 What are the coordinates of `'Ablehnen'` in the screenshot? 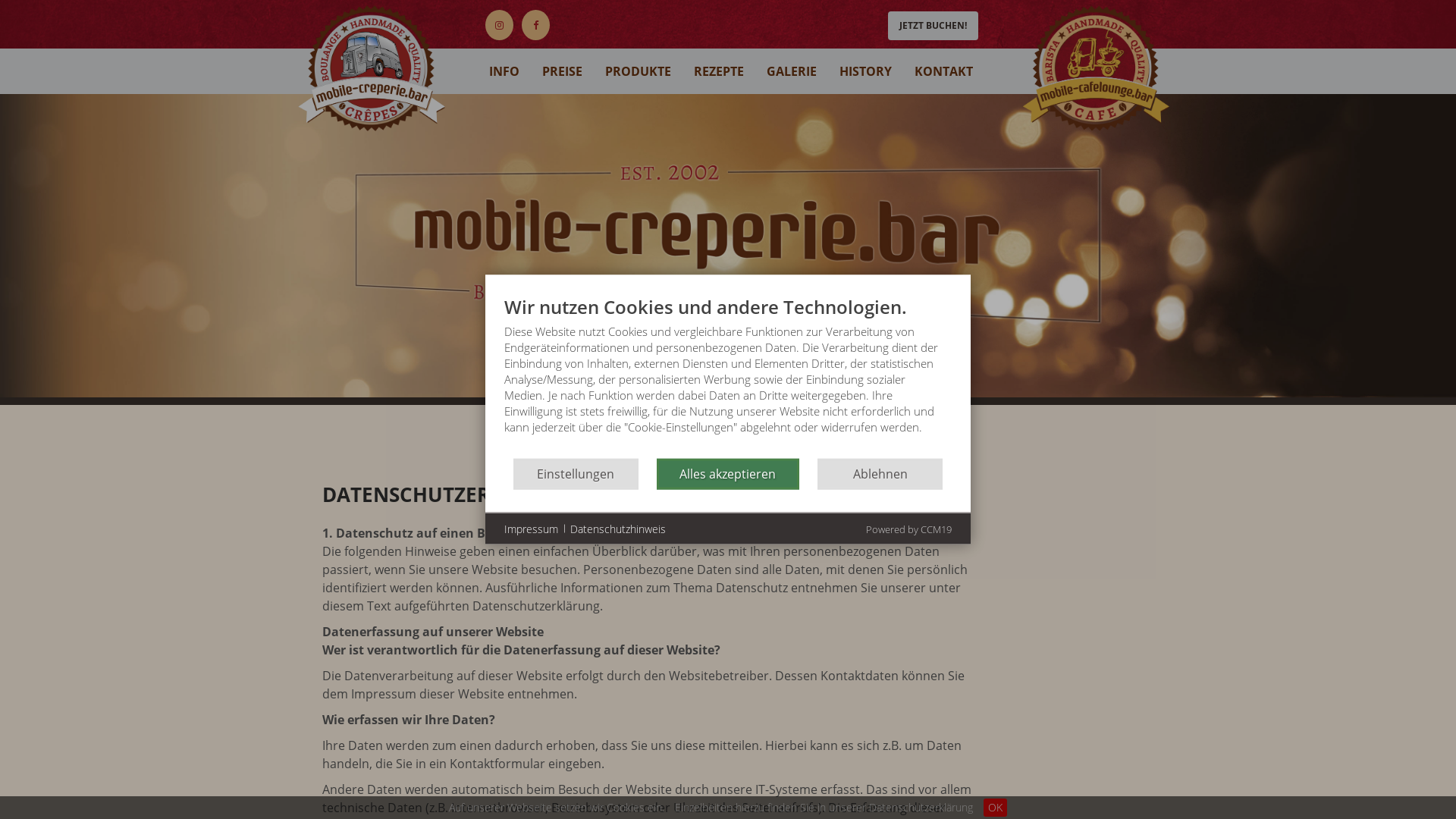 It's located at (880, 472).